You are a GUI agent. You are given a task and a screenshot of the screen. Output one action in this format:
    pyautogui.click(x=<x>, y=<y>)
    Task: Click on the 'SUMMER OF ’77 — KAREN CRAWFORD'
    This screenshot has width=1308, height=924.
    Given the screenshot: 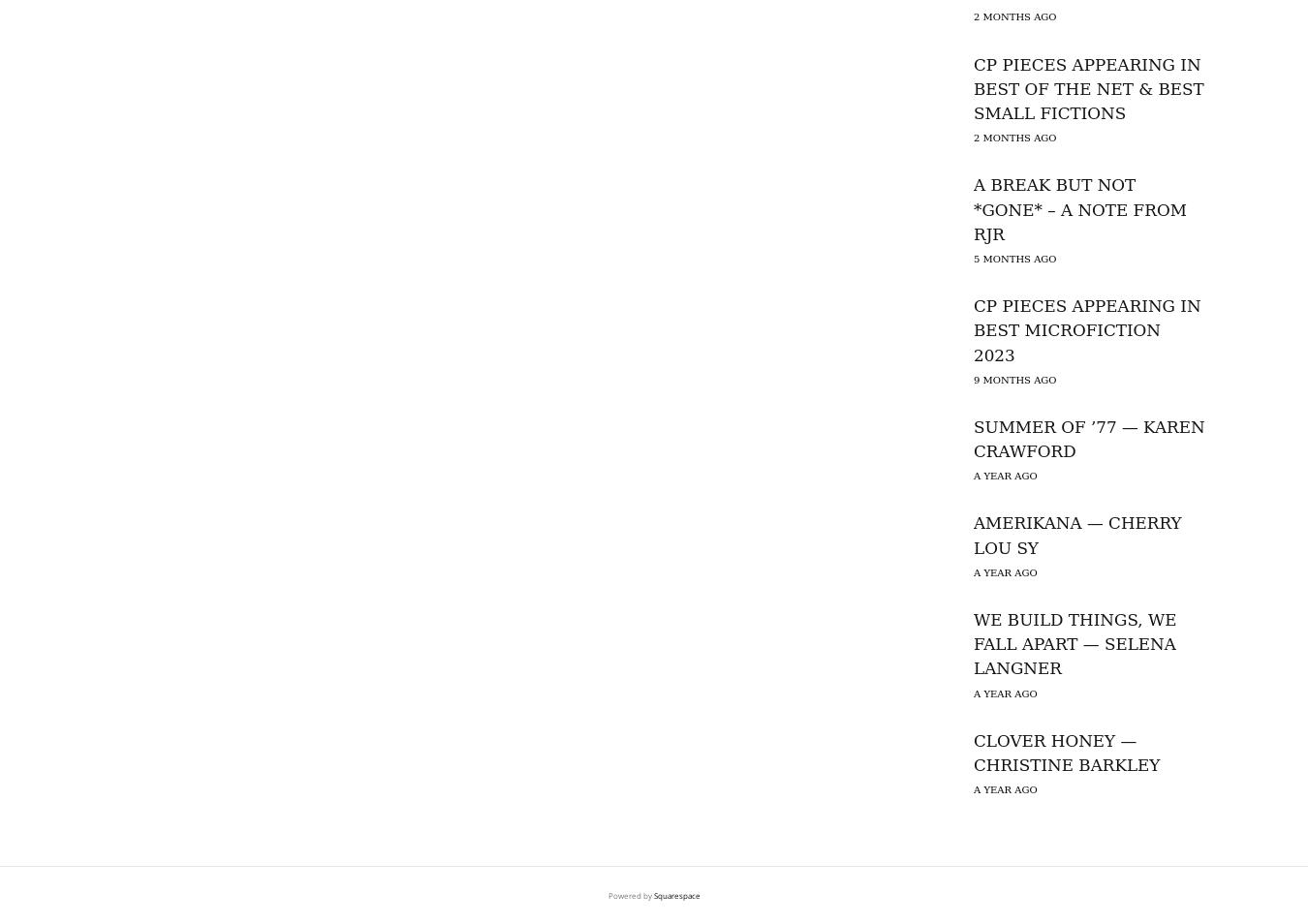 What is the action you would take?
    pyautogui.click(x=1089, y=438)
    